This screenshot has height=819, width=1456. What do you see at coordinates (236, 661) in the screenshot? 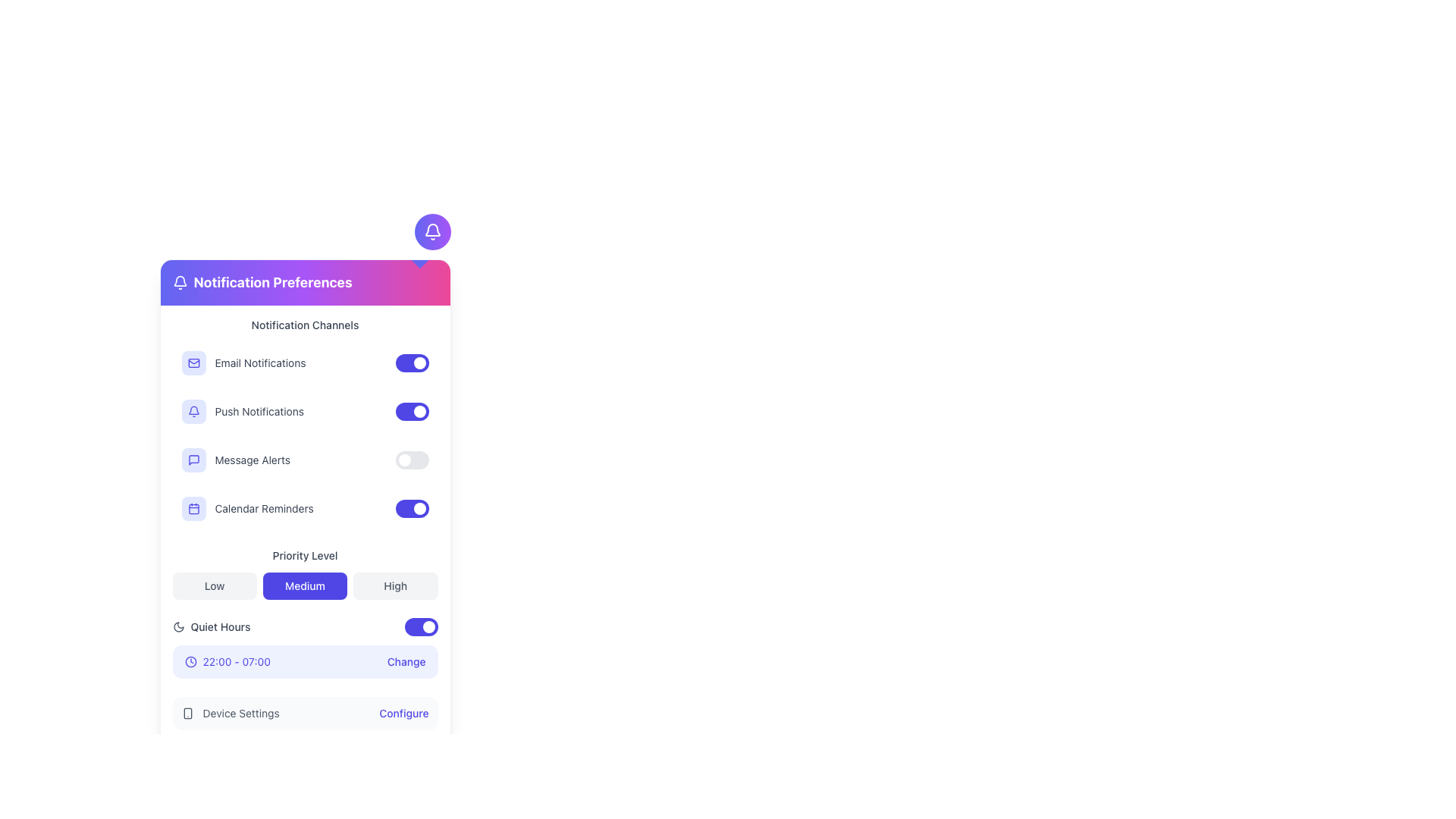
I see `time period displayed in the text label element showing '22:00 - 07:00', which is part of the 'Quiet Hours' section and located below the 'Priority Level' section` at bounding box center [236, 661].